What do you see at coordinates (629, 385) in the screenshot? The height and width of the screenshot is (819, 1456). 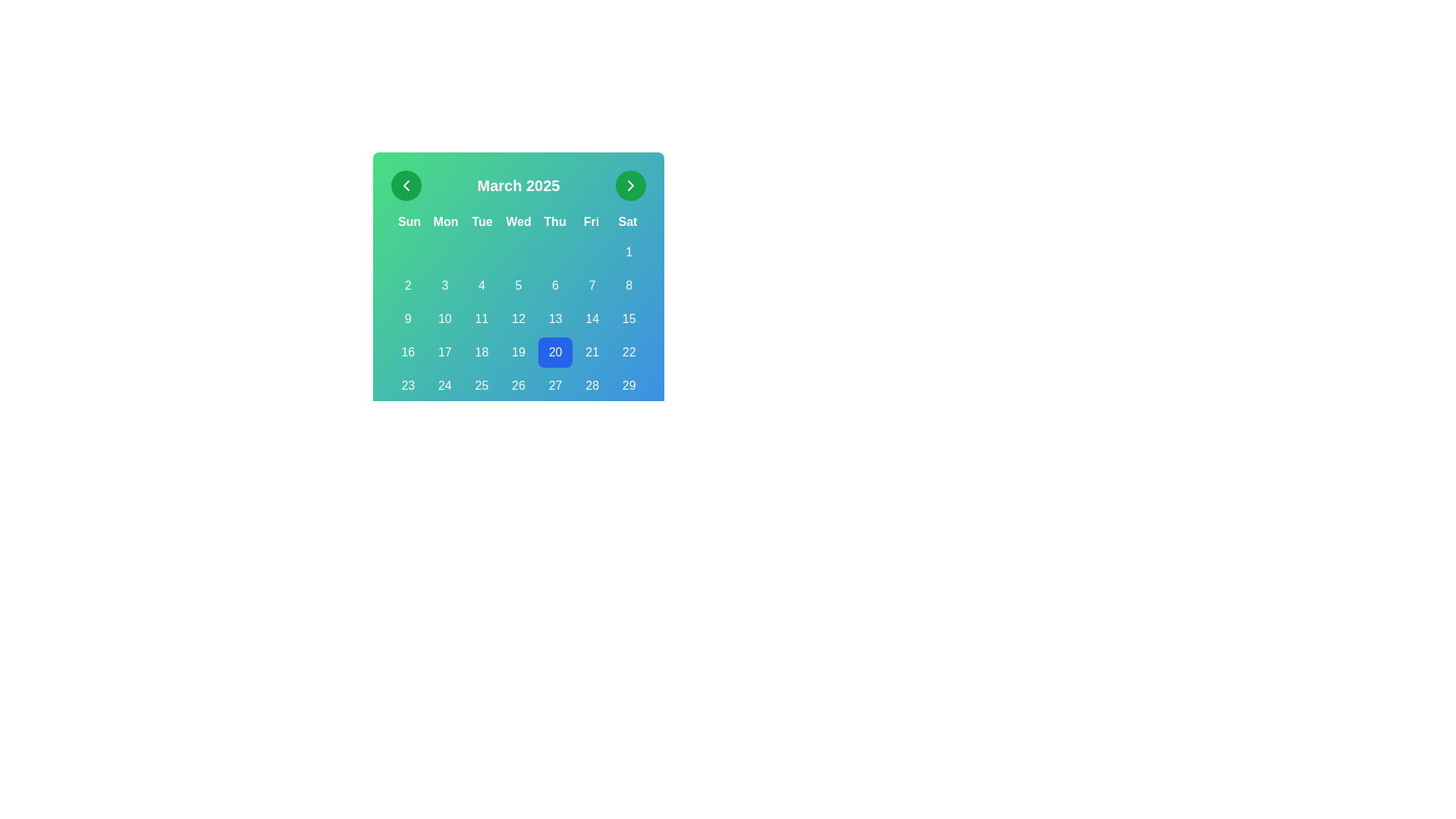 I see `the button displaying the number '29' in the calendar interface` at bounding box center [629, 385].